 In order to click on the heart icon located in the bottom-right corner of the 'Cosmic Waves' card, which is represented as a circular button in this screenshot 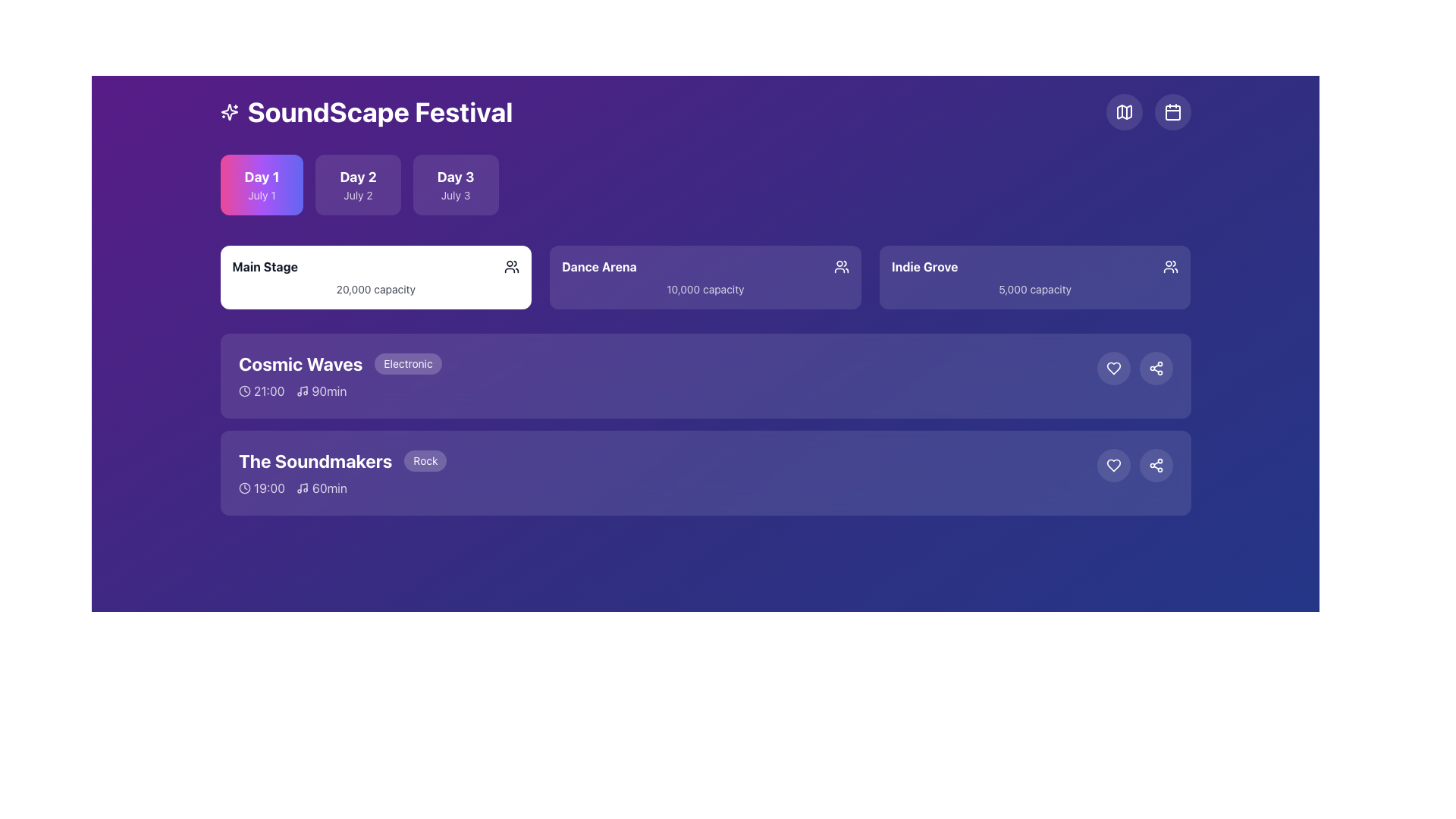, I will do `click(1113, 464)`.